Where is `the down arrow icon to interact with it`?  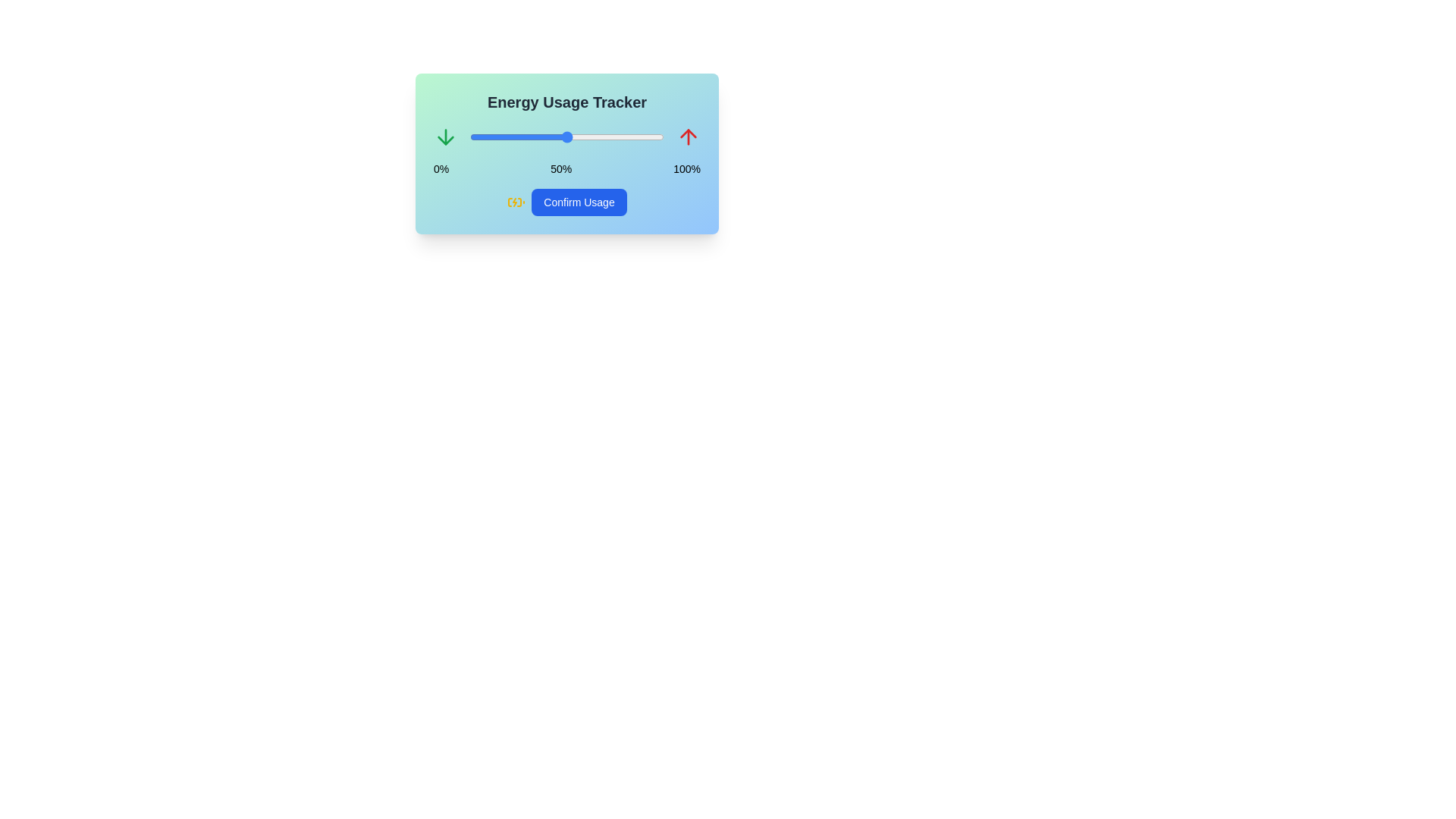 the down arrow icon to interact with it is located at coordinates (445, 137).